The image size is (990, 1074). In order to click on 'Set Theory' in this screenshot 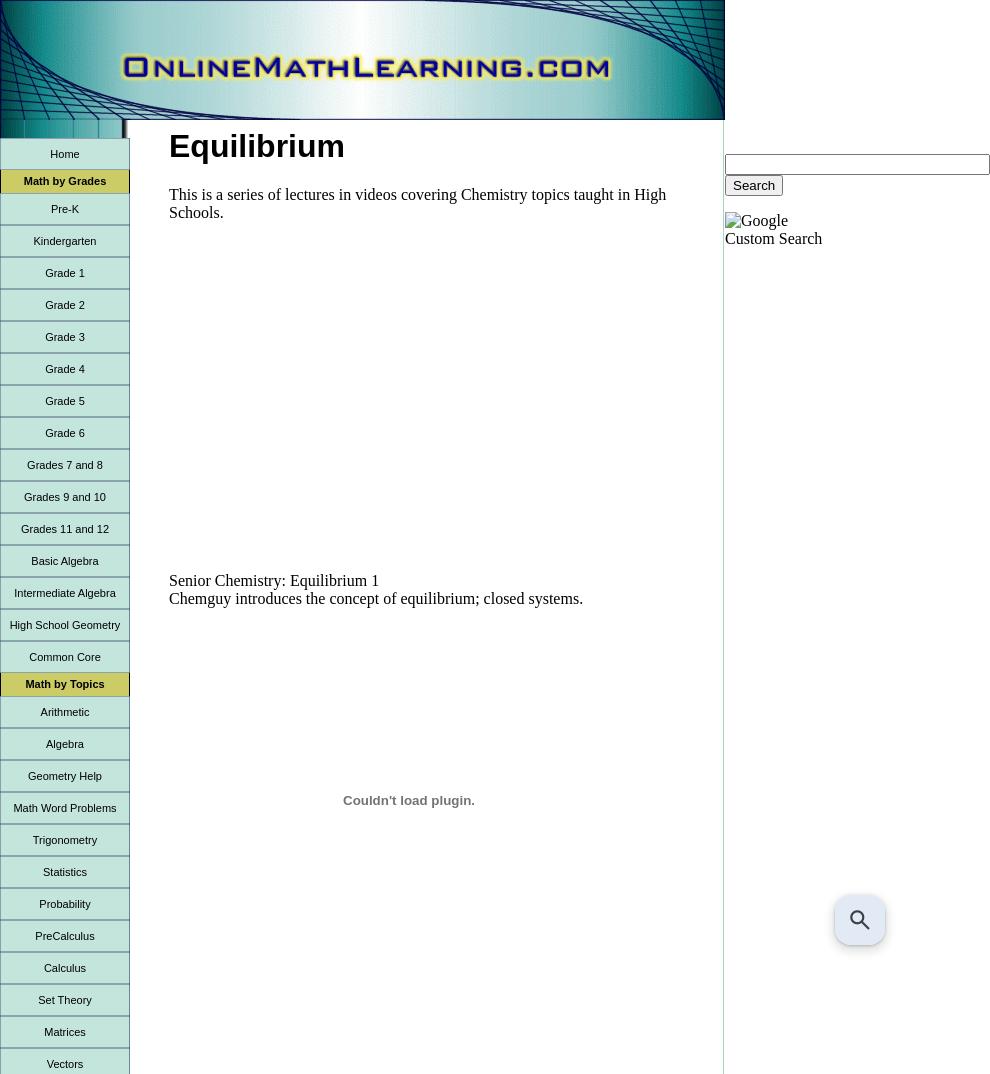, I will do `click(37, 999)`.